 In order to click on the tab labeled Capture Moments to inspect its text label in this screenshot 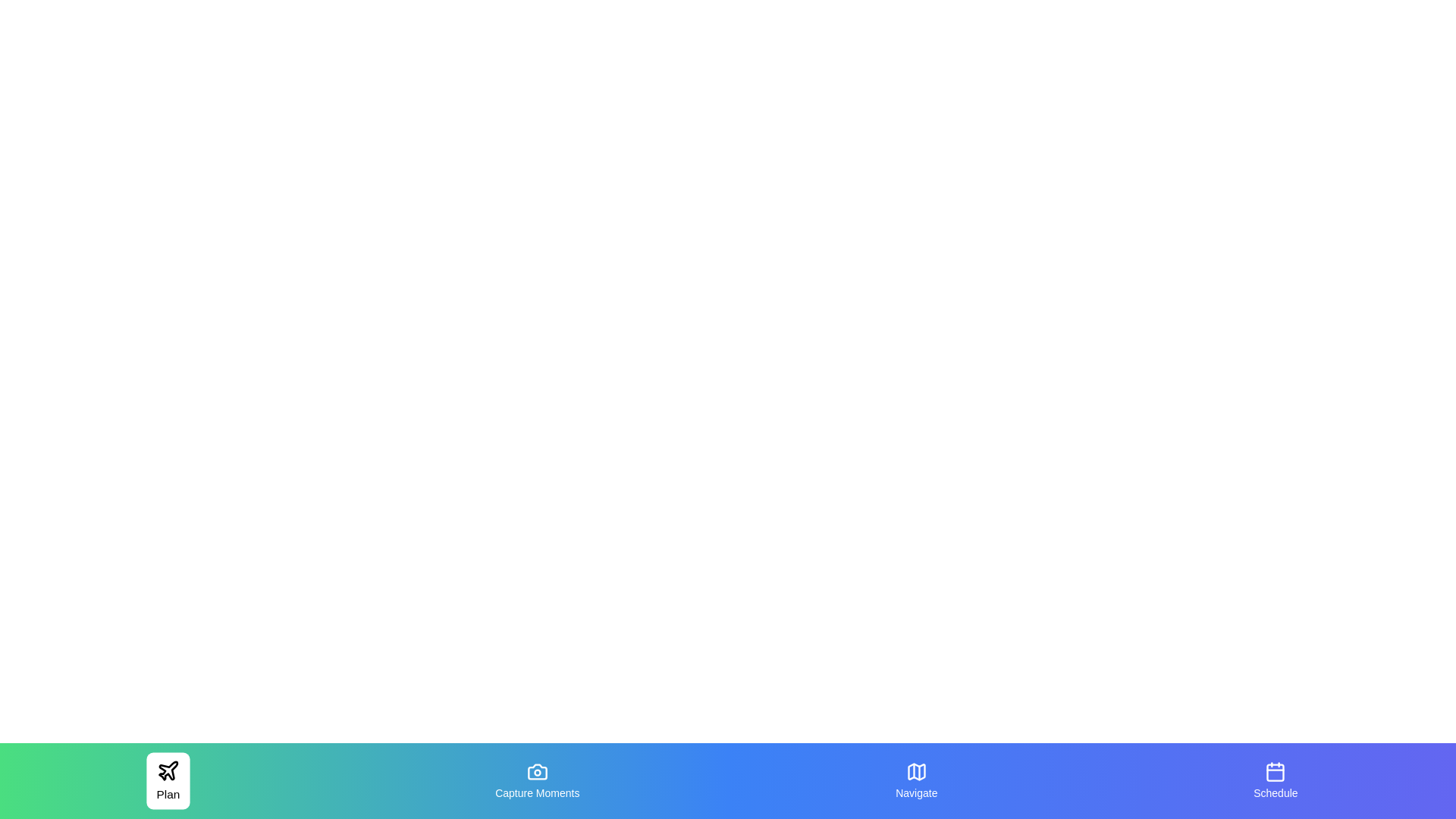, I will do `click(537, 780)`.